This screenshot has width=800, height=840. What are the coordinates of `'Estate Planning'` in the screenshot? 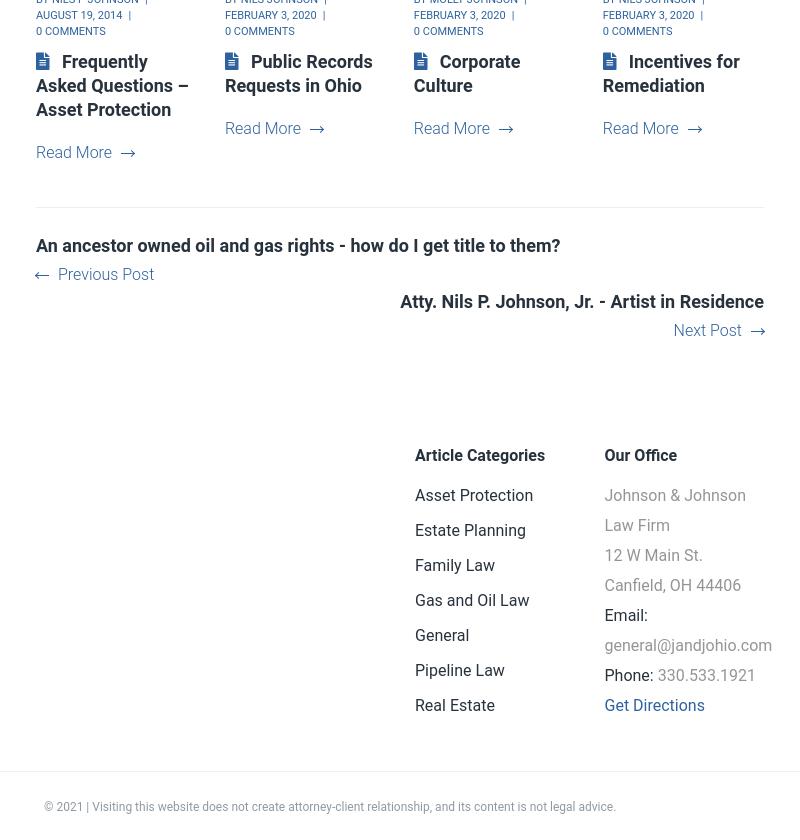 It's located at (470, 530).